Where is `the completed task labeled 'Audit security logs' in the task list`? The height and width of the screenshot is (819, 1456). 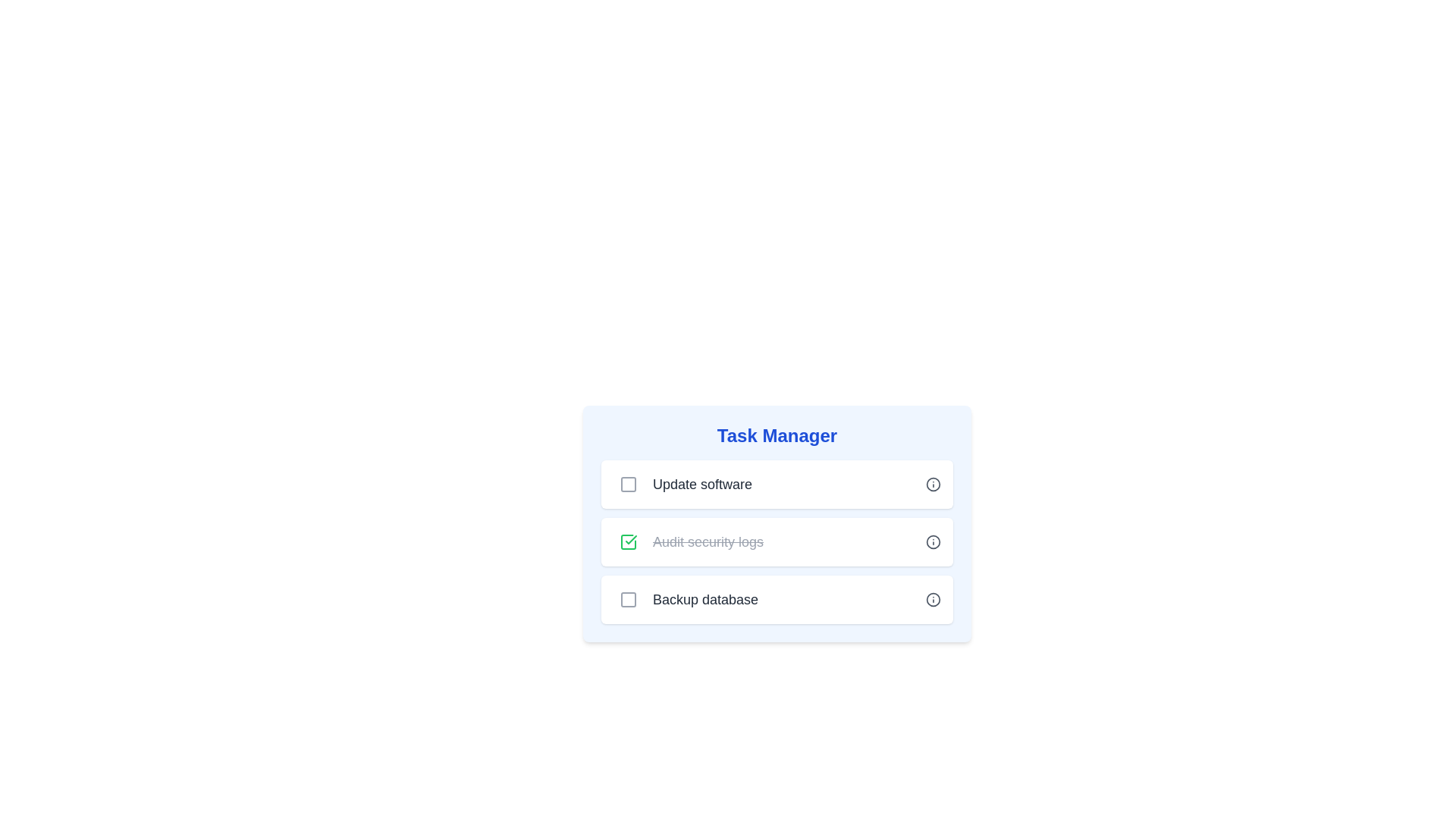 the completed task labeled 'Audit security logs' in the task list is located at coordinates (777, 522).